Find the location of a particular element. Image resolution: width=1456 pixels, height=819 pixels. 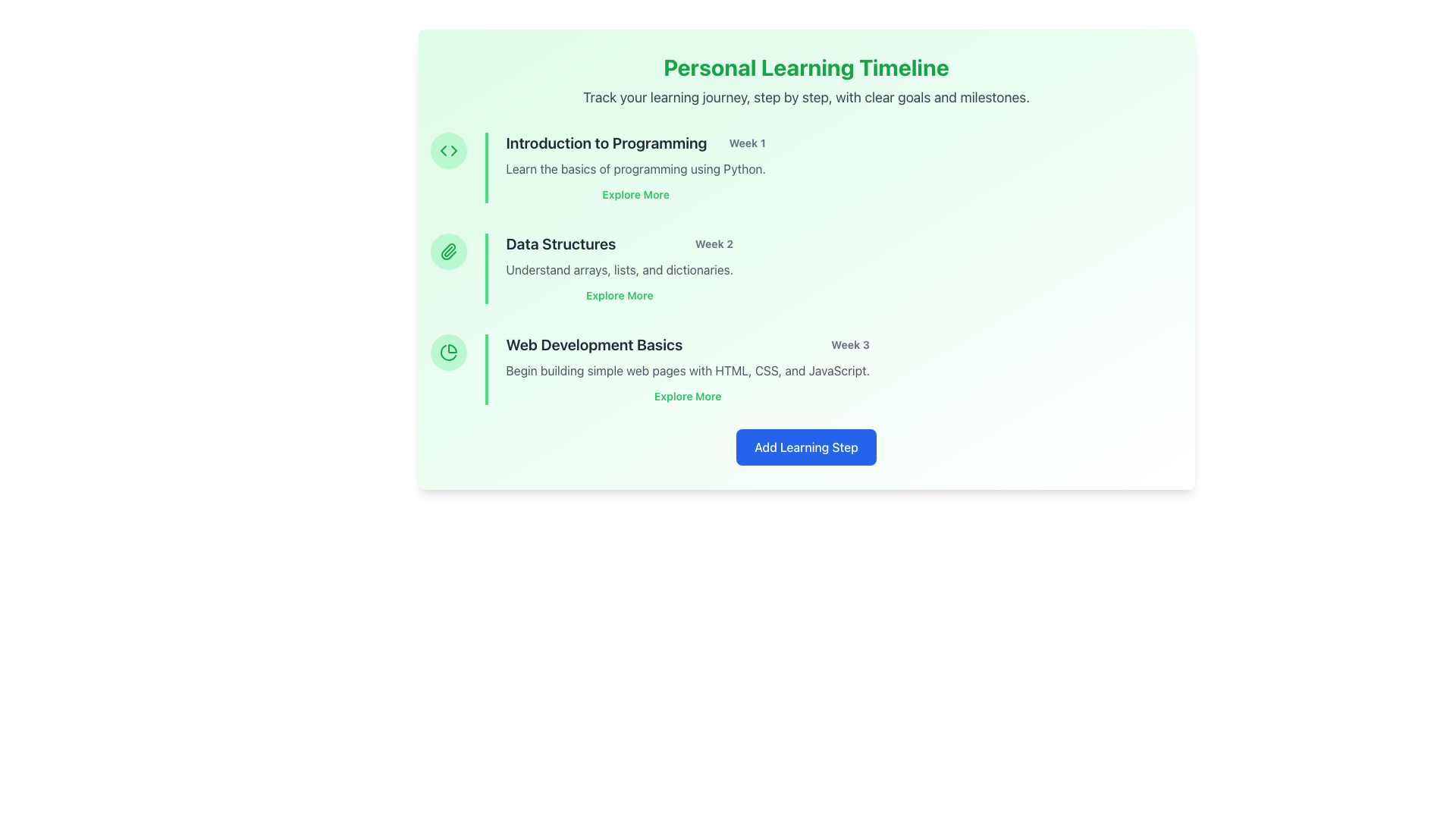

the 'Explore More' hyperlink, which is styled in green, bold, and underlined, located below the 'Introduction to Programming' section in the 'Personal Learning Timeline' interface is located at coordinates (635, 194).